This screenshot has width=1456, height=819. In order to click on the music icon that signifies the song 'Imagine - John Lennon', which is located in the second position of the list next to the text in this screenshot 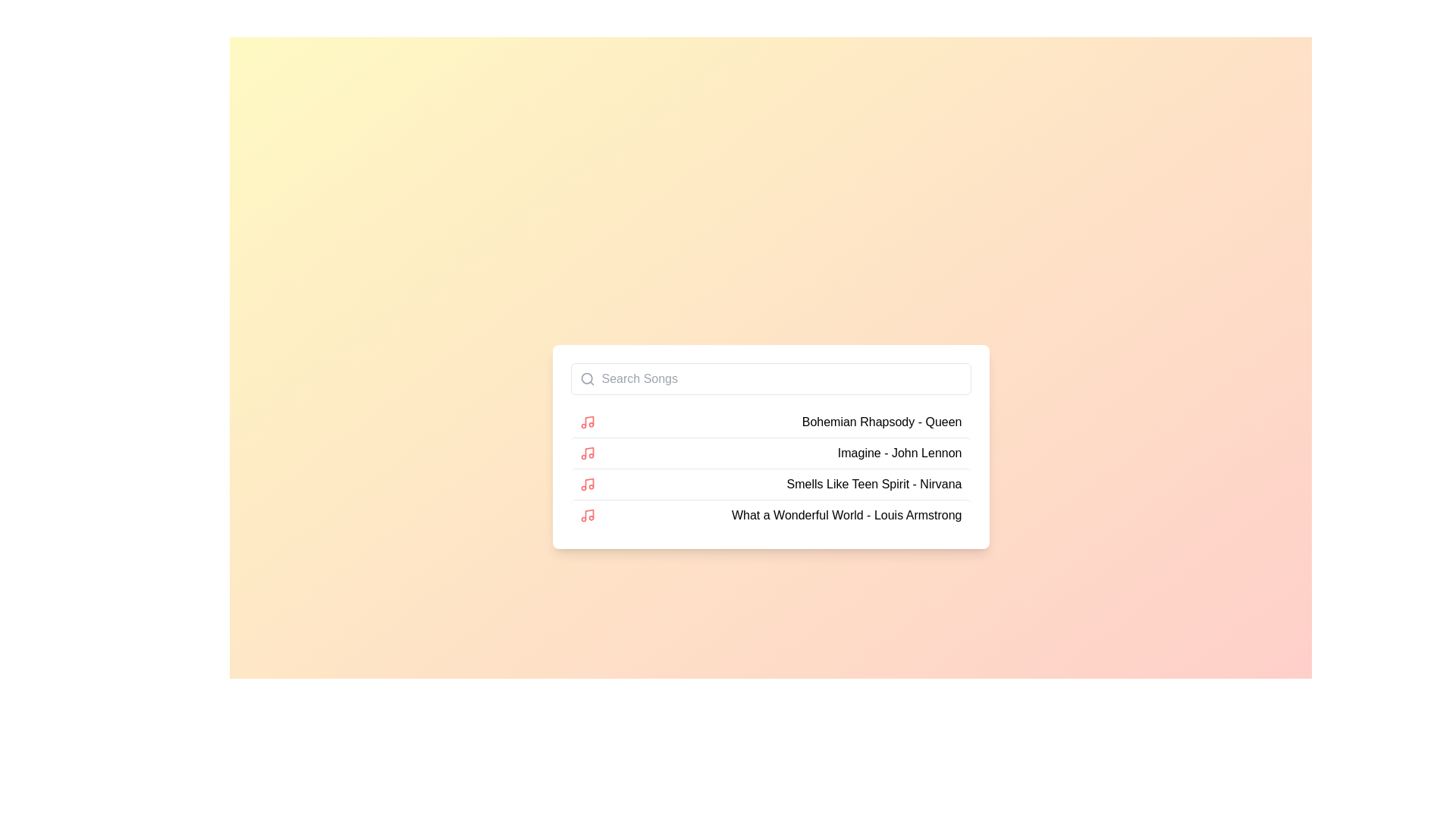, I will do `click(588, 451)`.